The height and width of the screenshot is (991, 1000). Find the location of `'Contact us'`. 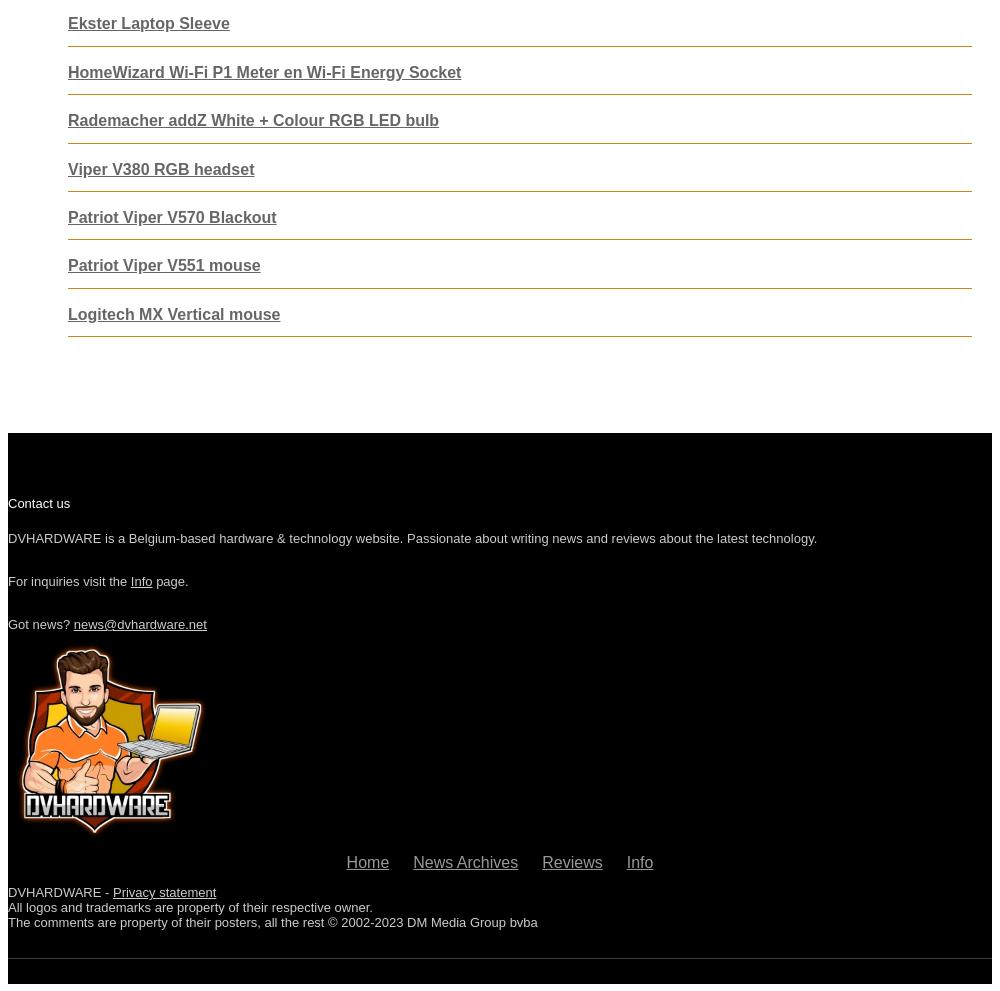

'Contact us' is located at coordinates (39, 503).